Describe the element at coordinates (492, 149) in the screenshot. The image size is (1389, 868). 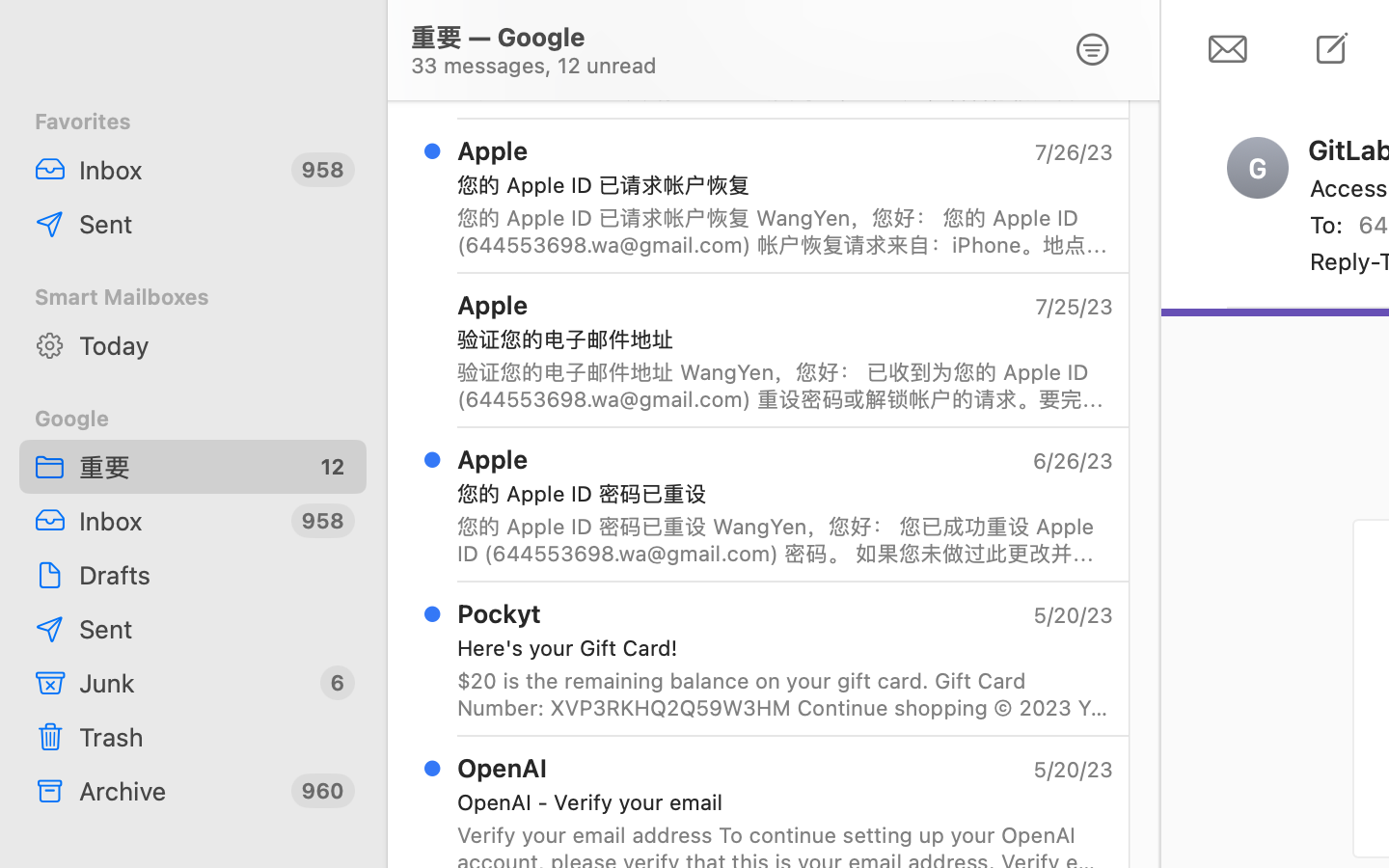
I see `'Apple'` at that location.